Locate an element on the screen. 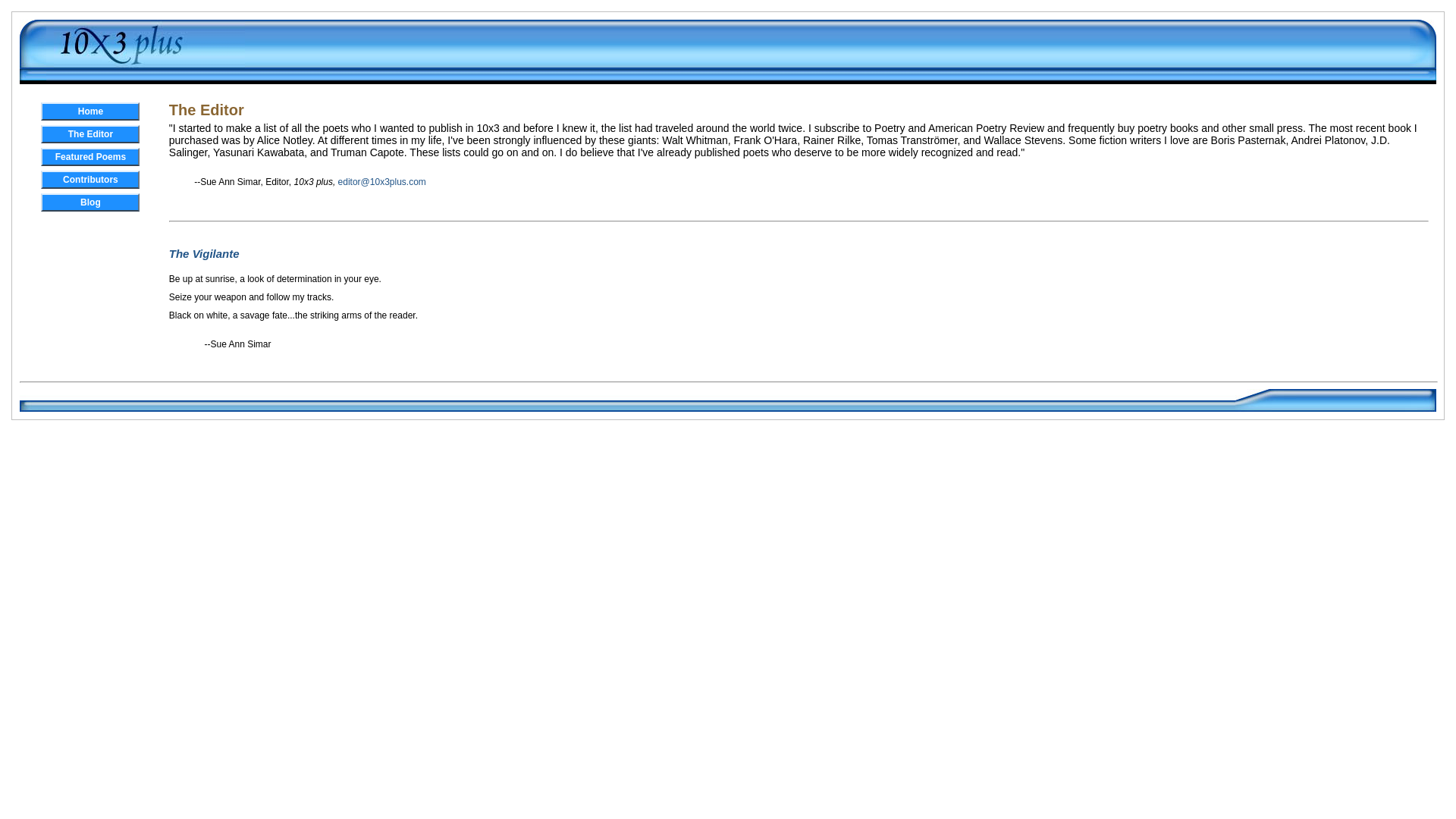 The image size is (1456, 819). 'Featured Poems' is located at coordinates (89, 157).